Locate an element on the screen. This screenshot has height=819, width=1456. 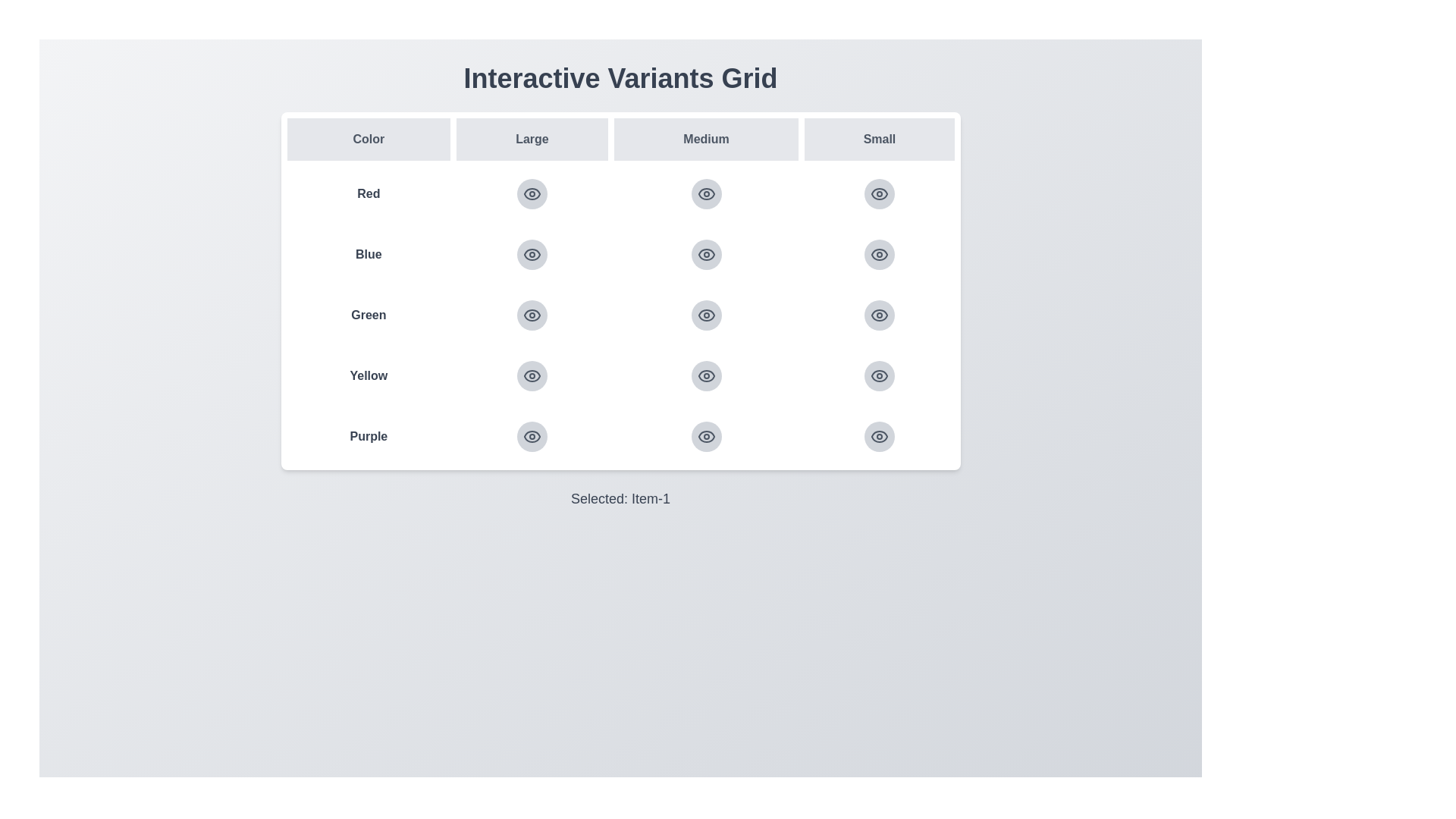
the Icon button in the 'Interactive Variants Grid' located in the fourth row (associated with 'Yellow') and the first column (associated with 'Large') is located at coordinates (532, 375).